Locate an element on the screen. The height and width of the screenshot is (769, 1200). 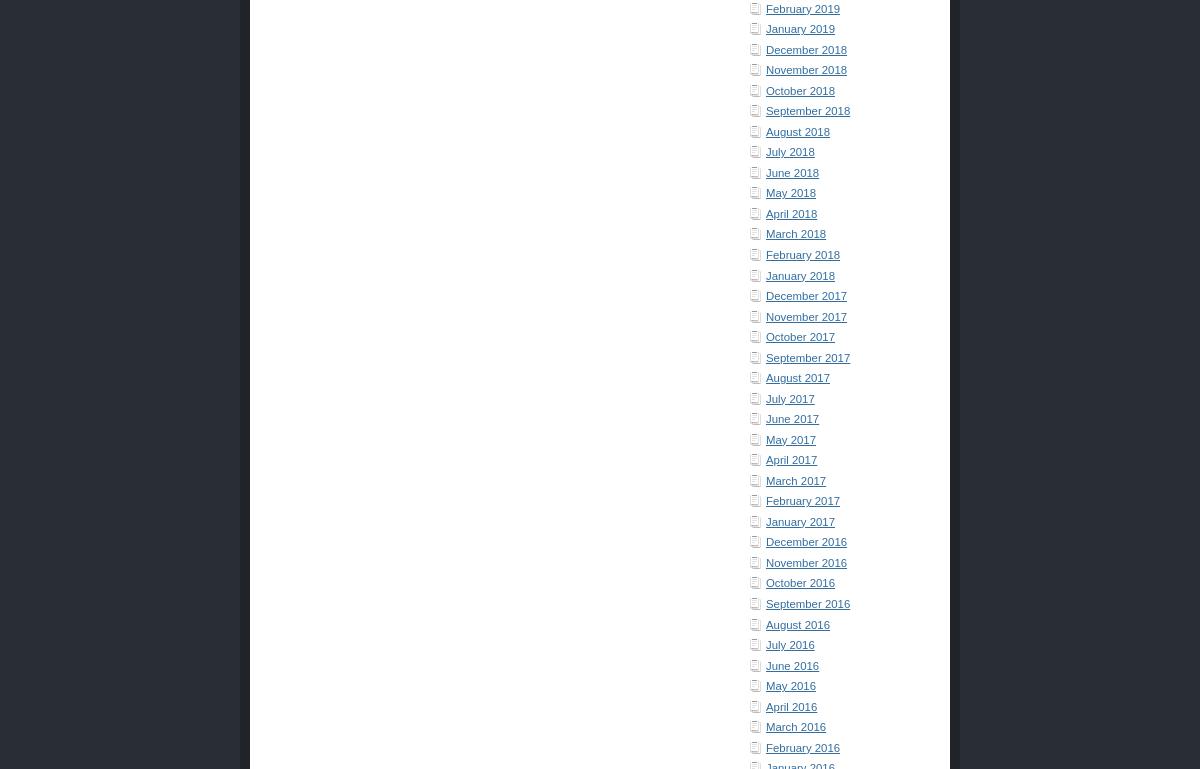
'September 2018' is located at coordinates (806, 110).